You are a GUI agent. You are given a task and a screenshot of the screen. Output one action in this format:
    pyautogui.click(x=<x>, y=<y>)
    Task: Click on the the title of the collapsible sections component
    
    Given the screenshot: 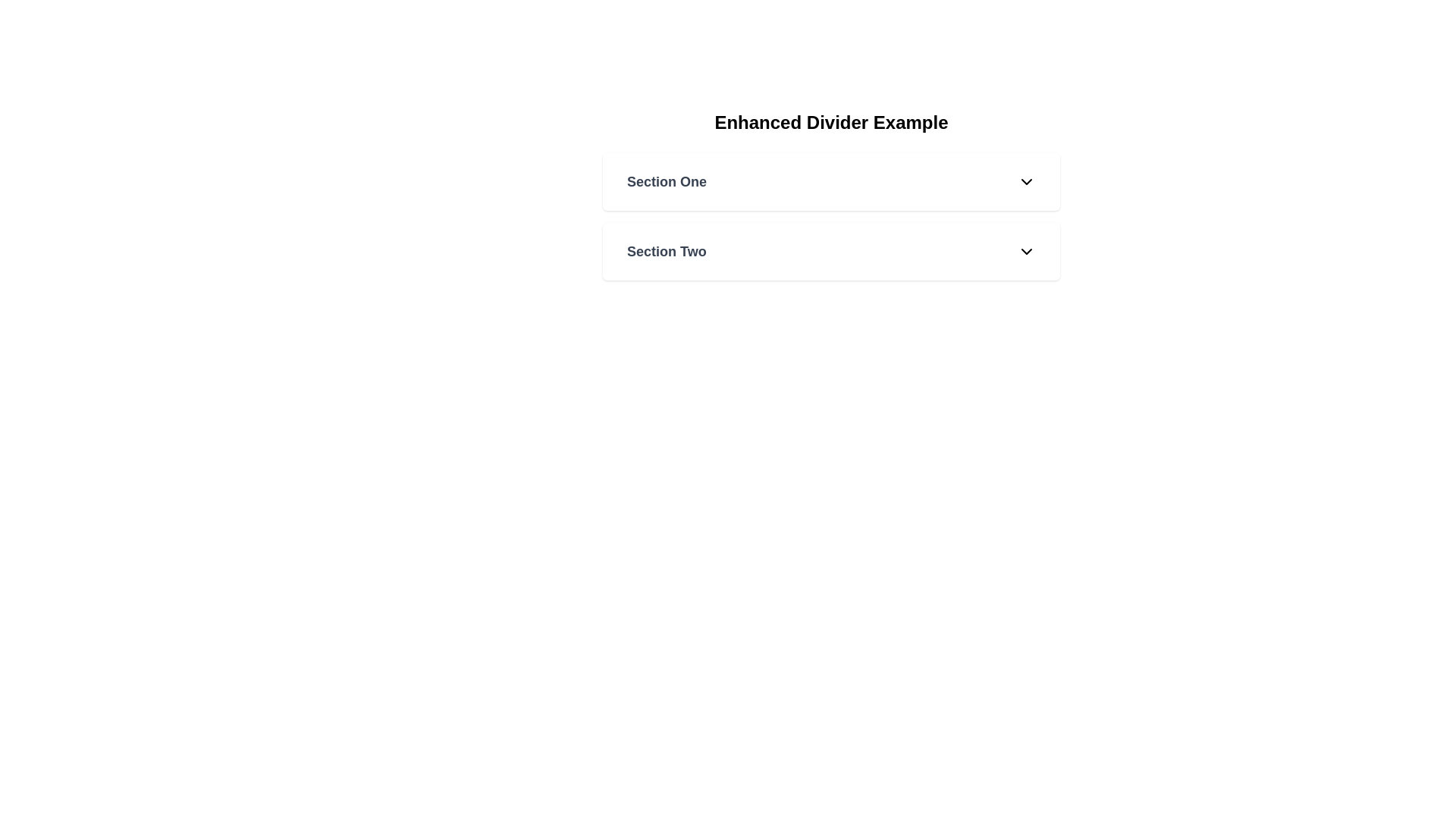 What is the action you would take?
    pyautogui.click(x=830, y=195)
    